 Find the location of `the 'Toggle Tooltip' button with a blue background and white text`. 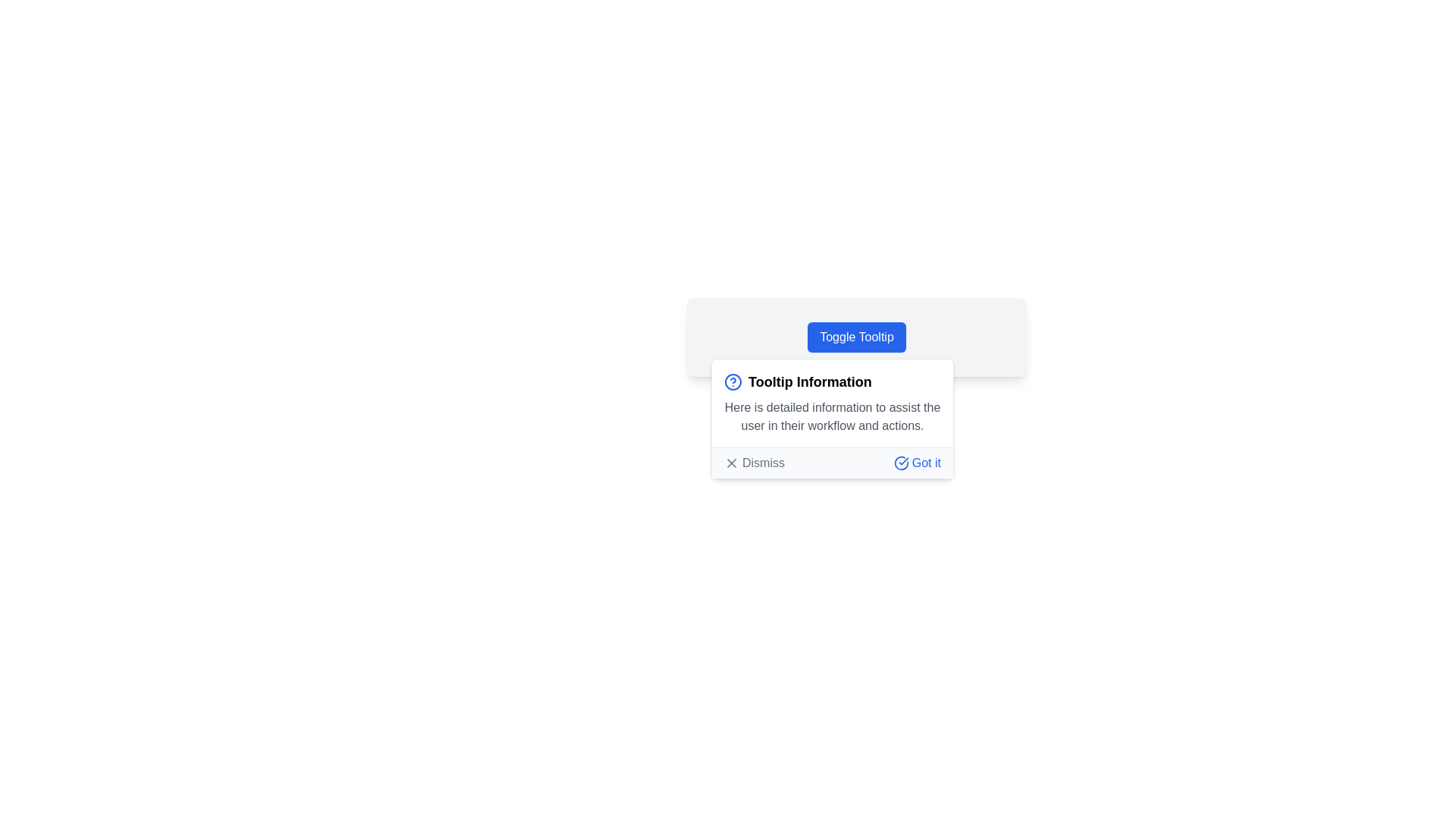

the 'Toggle Tooltip' button with a blue background and white text is located at coordinates (856, 336).